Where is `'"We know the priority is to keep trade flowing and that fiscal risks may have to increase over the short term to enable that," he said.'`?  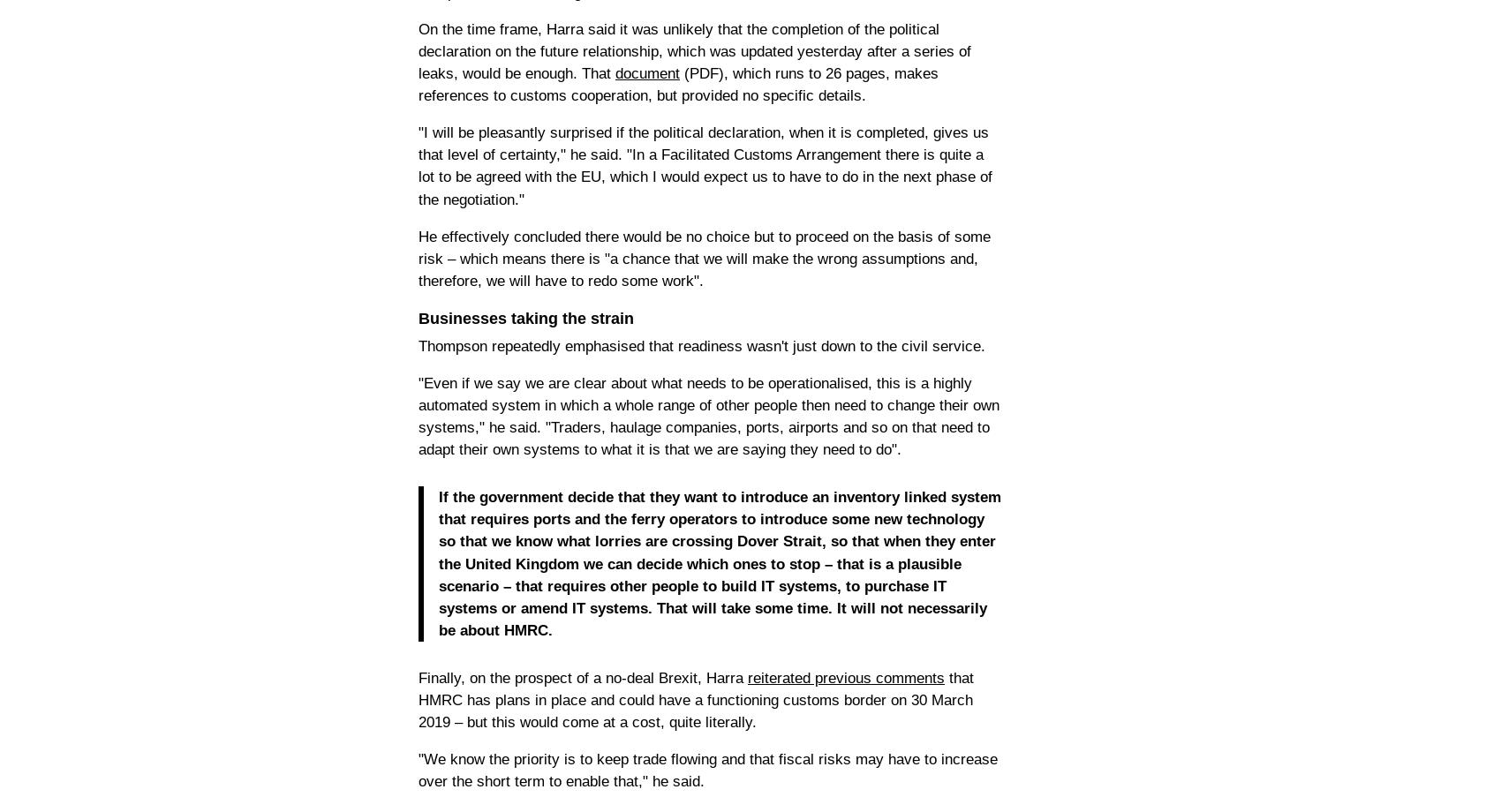 '"We know the priority is to keep trade flowing and that fiscal risks may have to increase over the short term to enable that," he said.' is located at coordinates (707, 769).